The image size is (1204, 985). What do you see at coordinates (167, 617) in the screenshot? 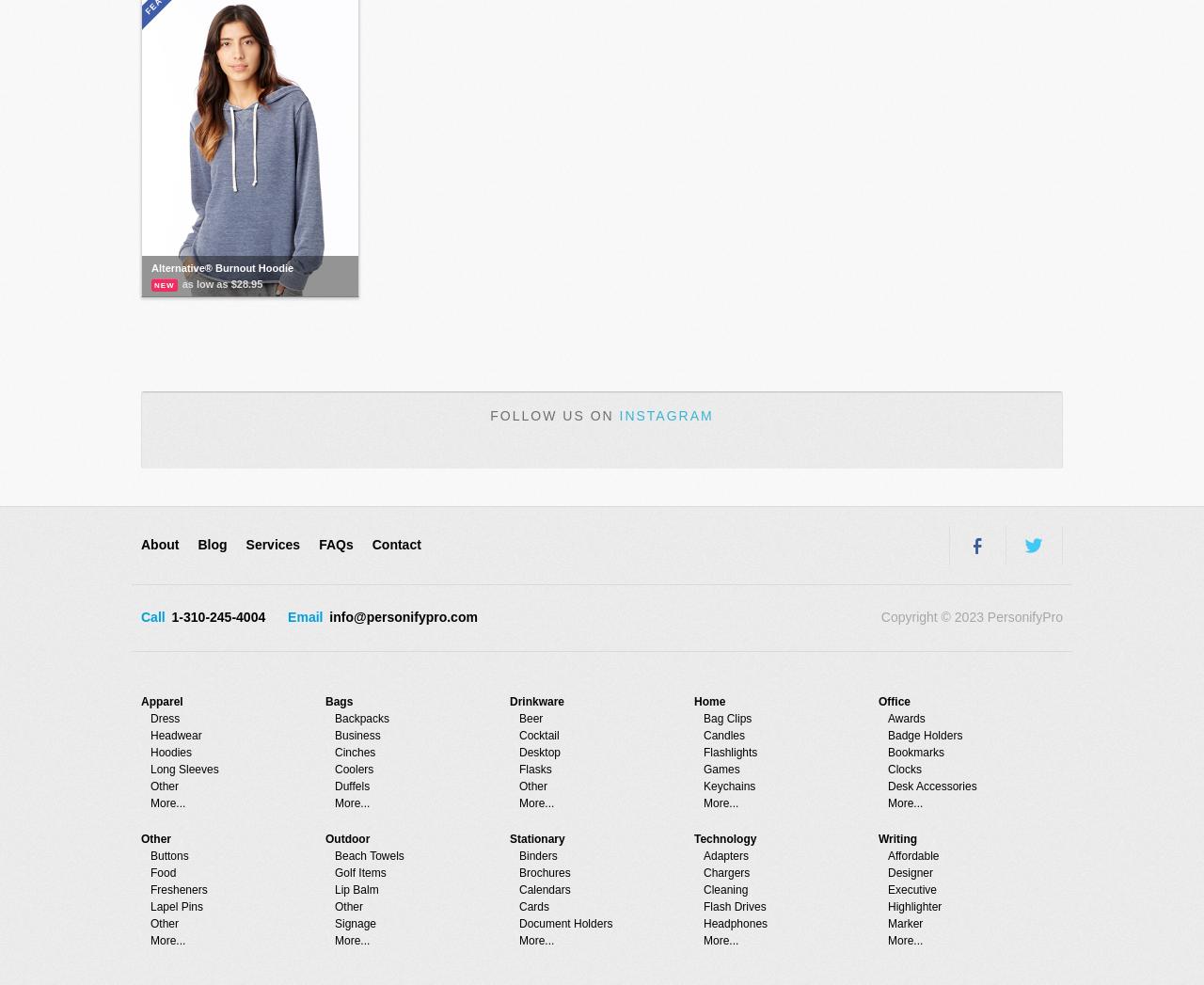
I see `'1-310-245-4004'` at bounding box center [167, 617].